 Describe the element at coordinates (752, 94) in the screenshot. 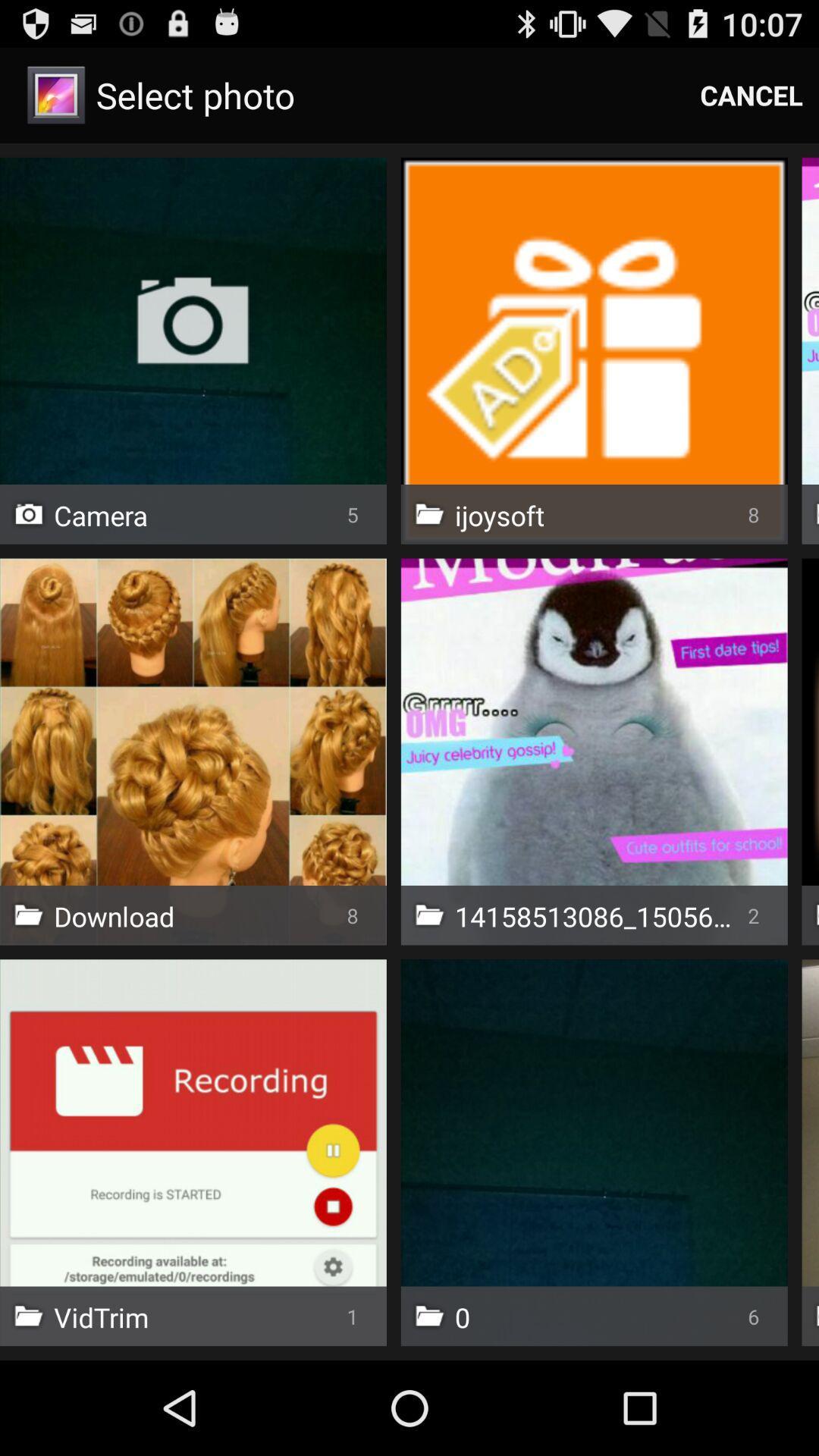

I see `icon next to select photo app` at that location.